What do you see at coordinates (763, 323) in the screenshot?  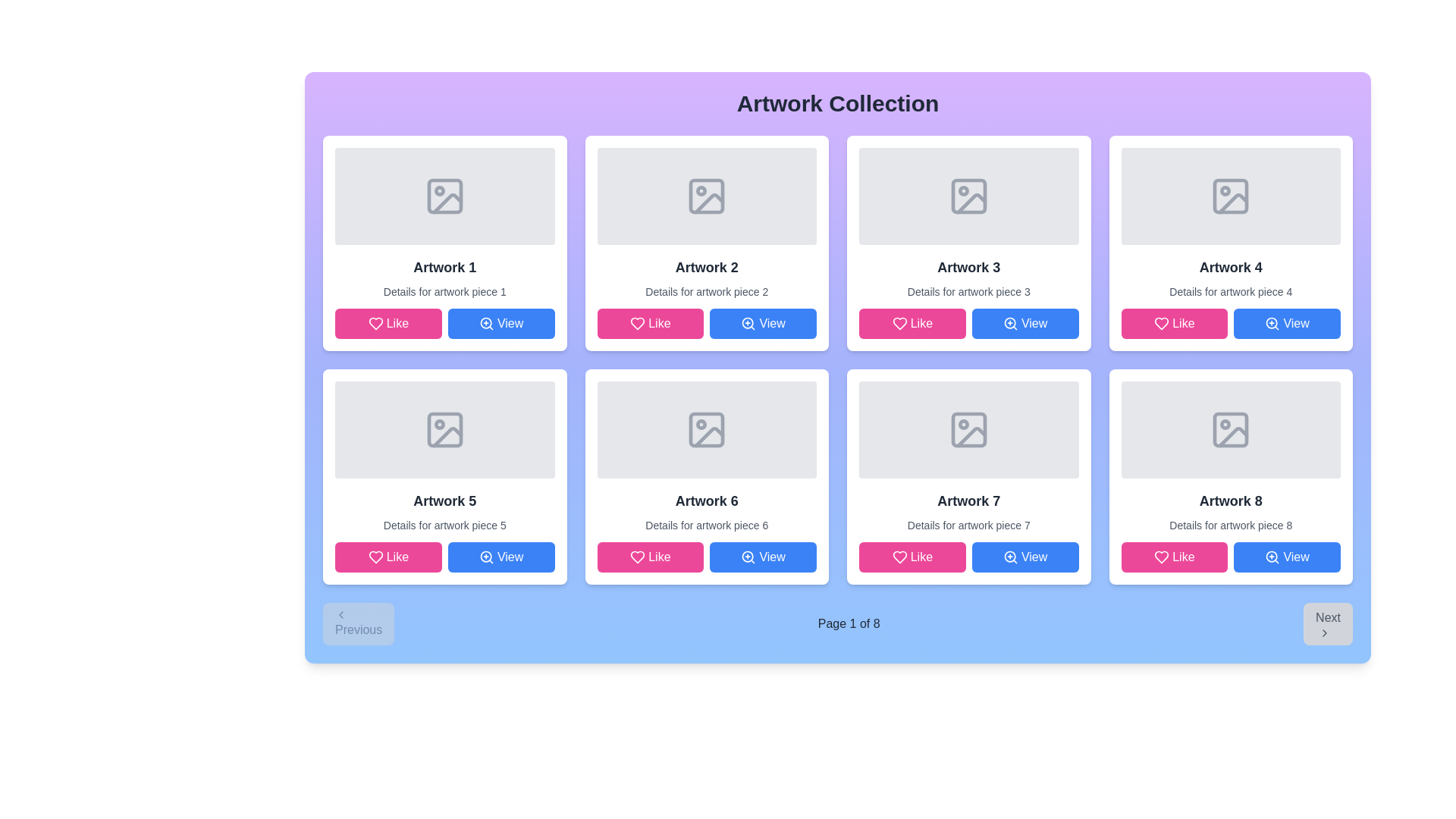 I see `the second button in the bottom section of the second panel from the left in the top row` at bounding box center [763, 323].